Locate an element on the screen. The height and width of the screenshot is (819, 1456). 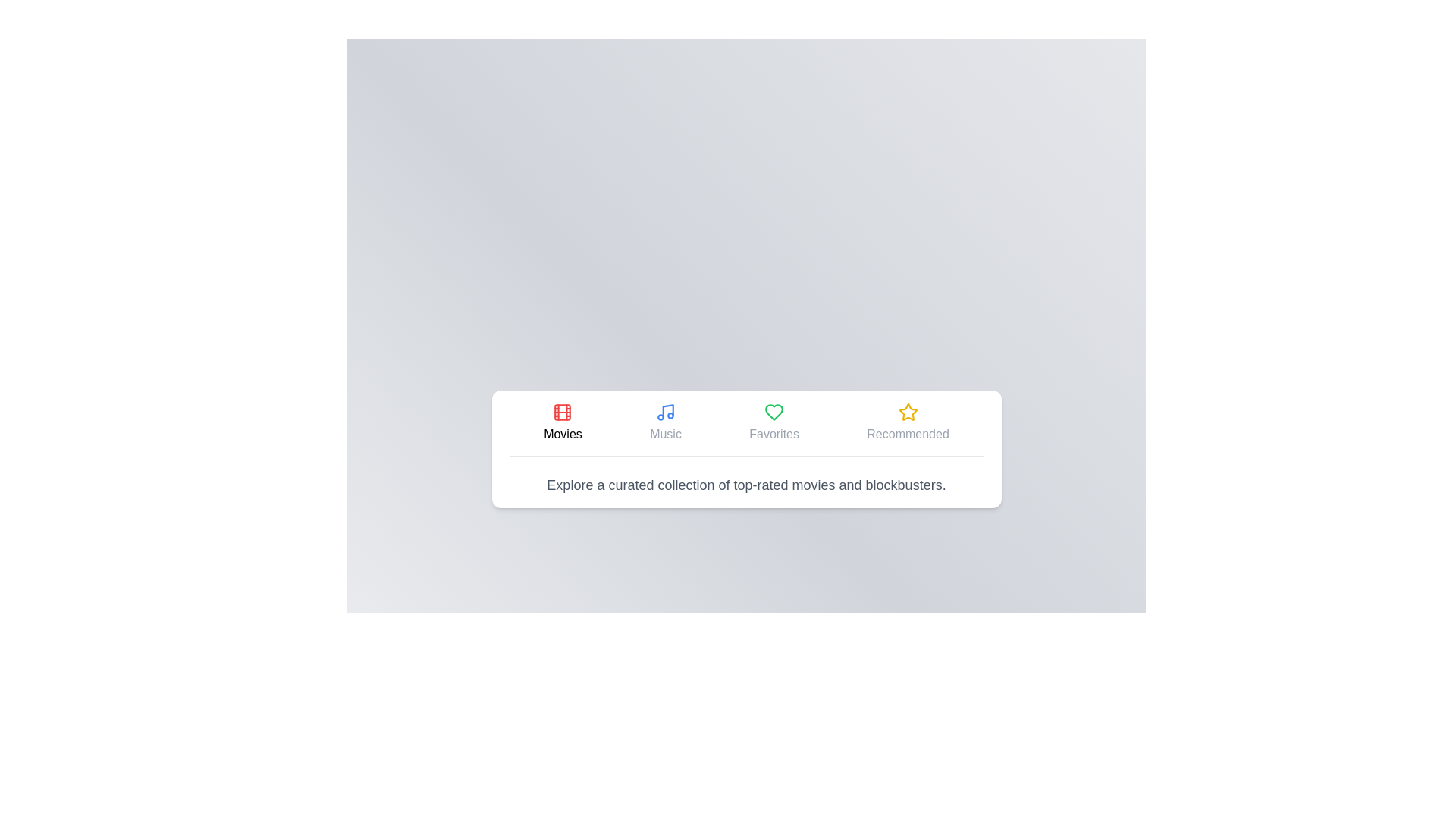
the Movies tab to observe style changes is located at coordinates (562, 422).